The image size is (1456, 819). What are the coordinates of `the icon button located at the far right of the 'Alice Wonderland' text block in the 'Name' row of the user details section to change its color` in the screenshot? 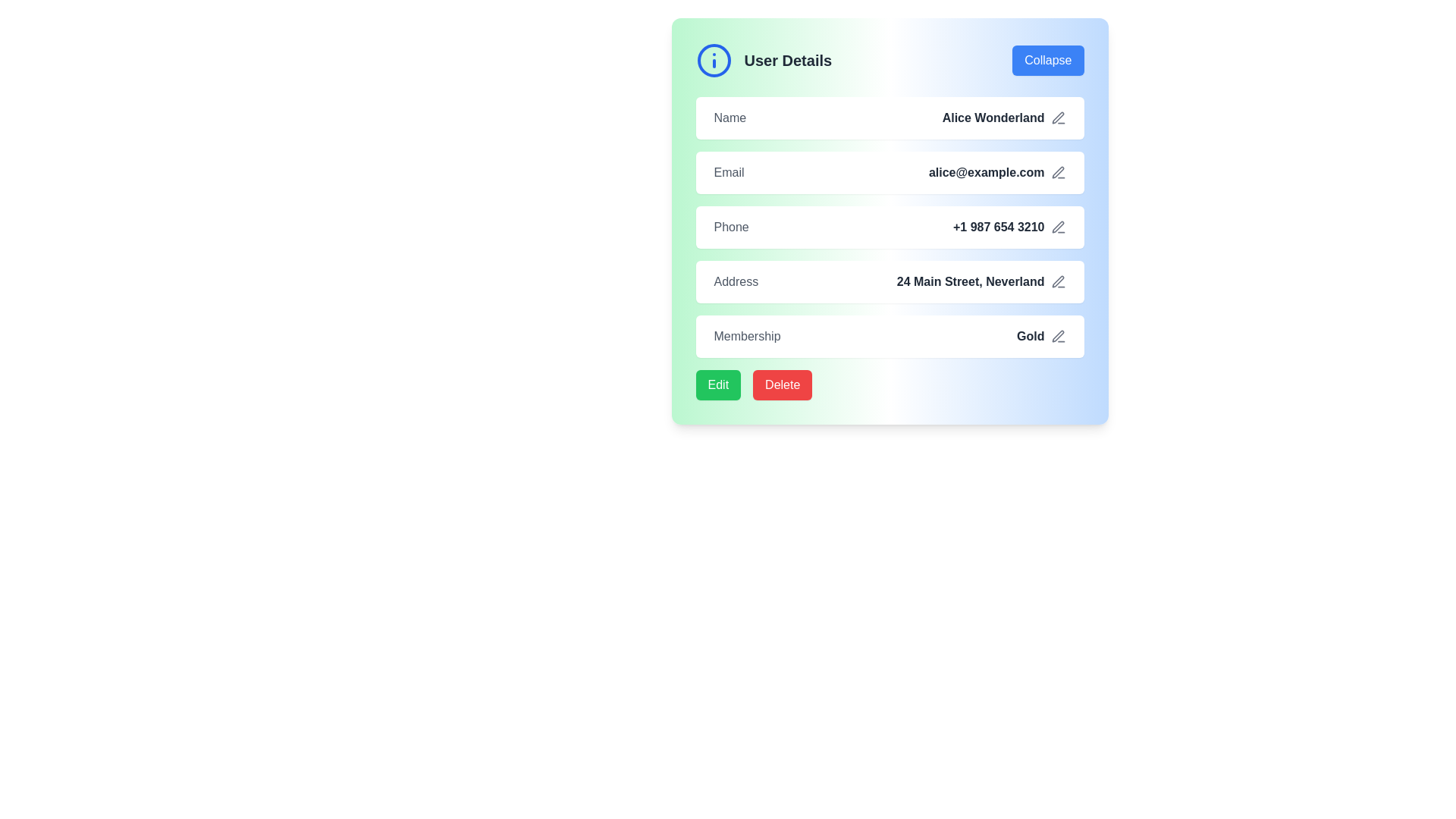 It's located at (1057, 117).